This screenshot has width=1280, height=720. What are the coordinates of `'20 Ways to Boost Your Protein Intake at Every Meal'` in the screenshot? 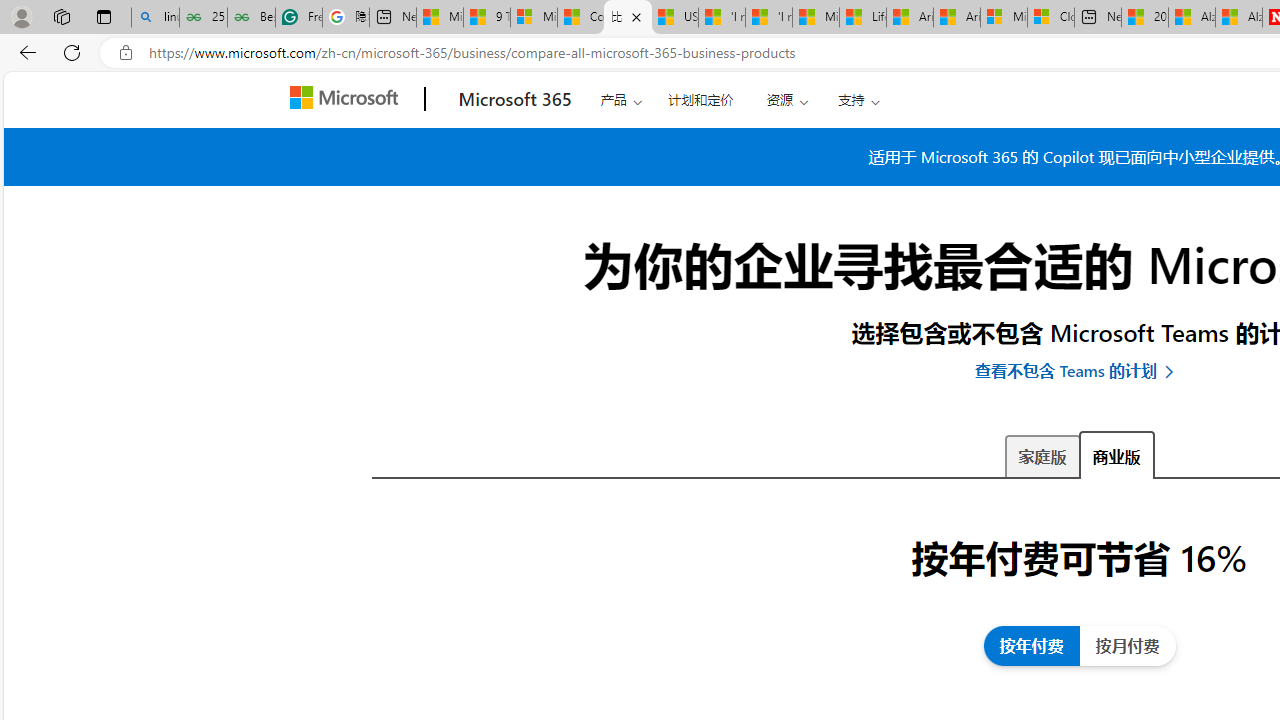 It's located at (1145, 17).